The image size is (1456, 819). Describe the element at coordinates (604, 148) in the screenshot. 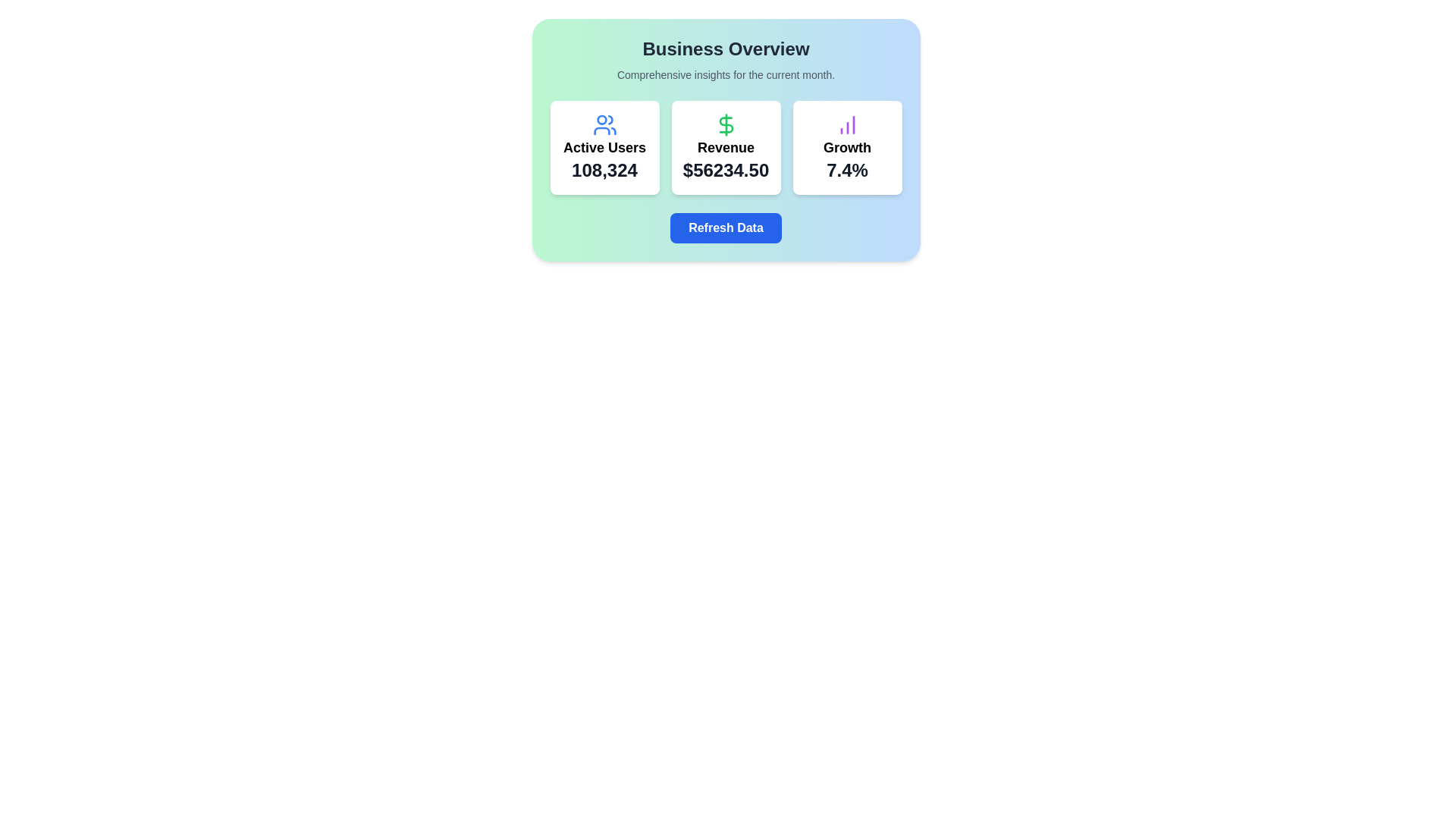

I see `the Text label that describes the metric for active users, positioned below a blue user icon and above the number '108,324'` at that location.